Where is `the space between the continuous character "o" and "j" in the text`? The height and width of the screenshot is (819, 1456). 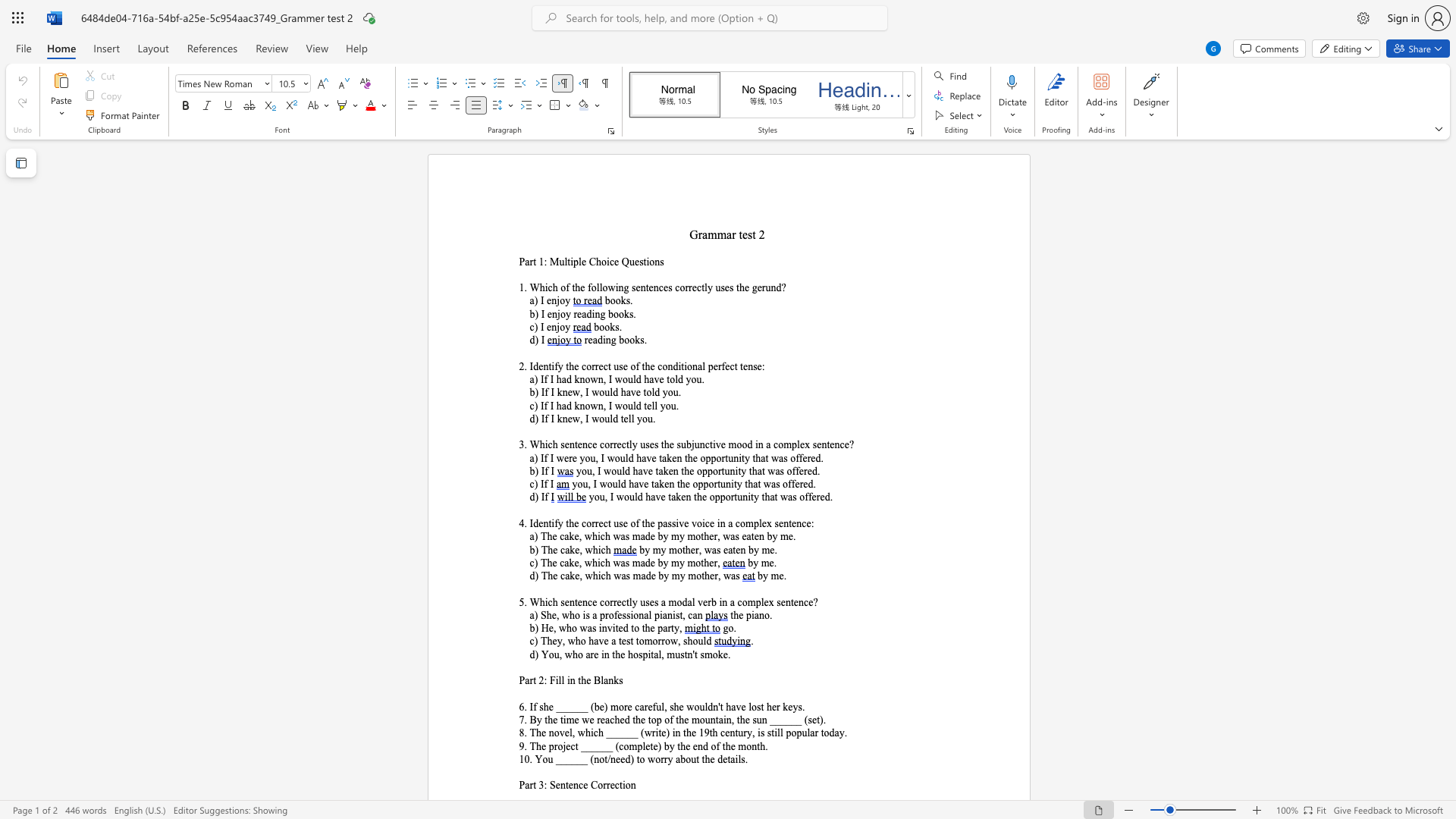 the space between the continuous character "o" and "j" in the text is located at coordinates (561, 745).